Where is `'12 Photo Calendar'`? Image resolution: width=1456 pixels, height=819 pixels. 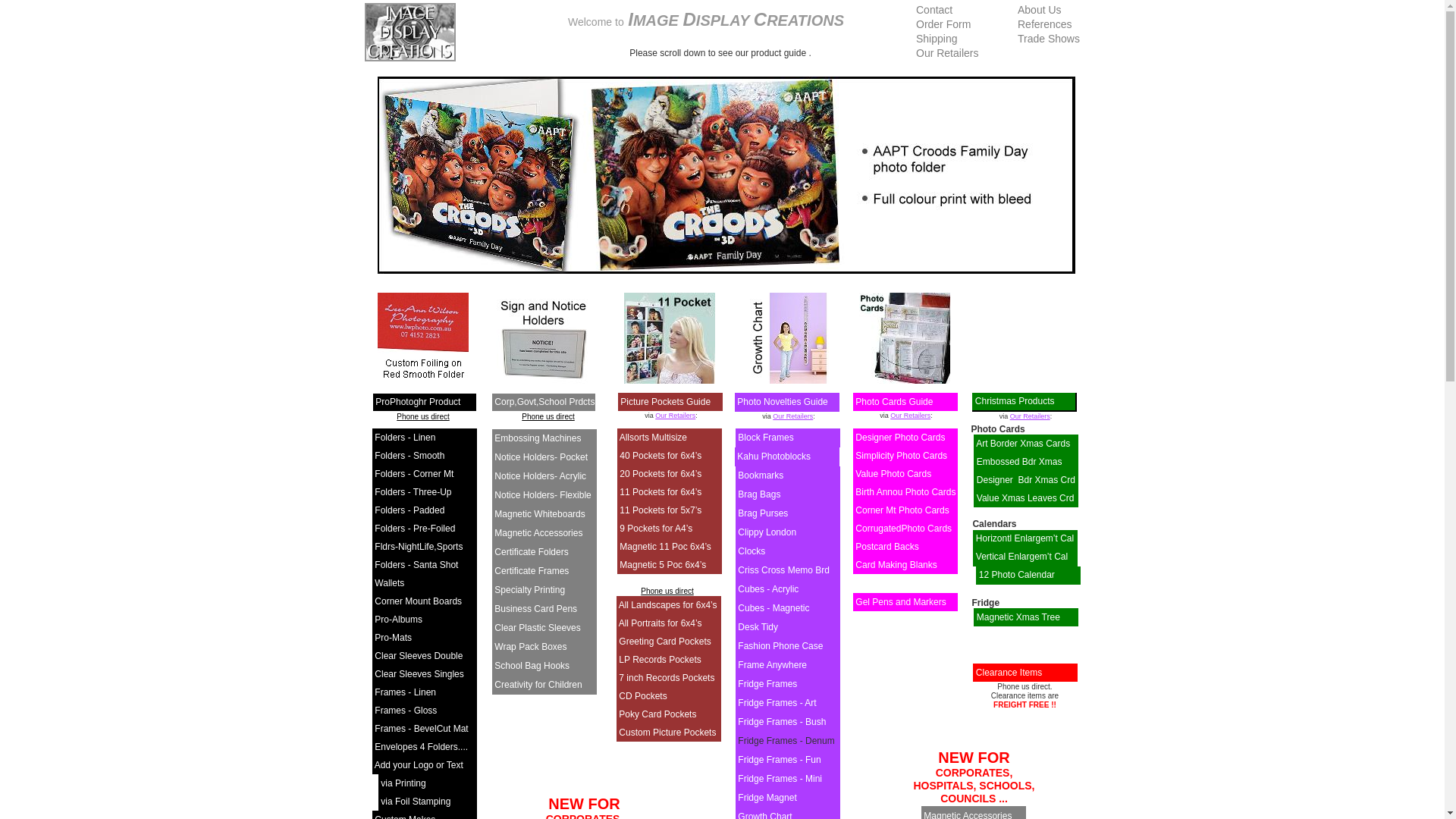
'12 Photo Calendar' is located at coordinates (1016, 575).